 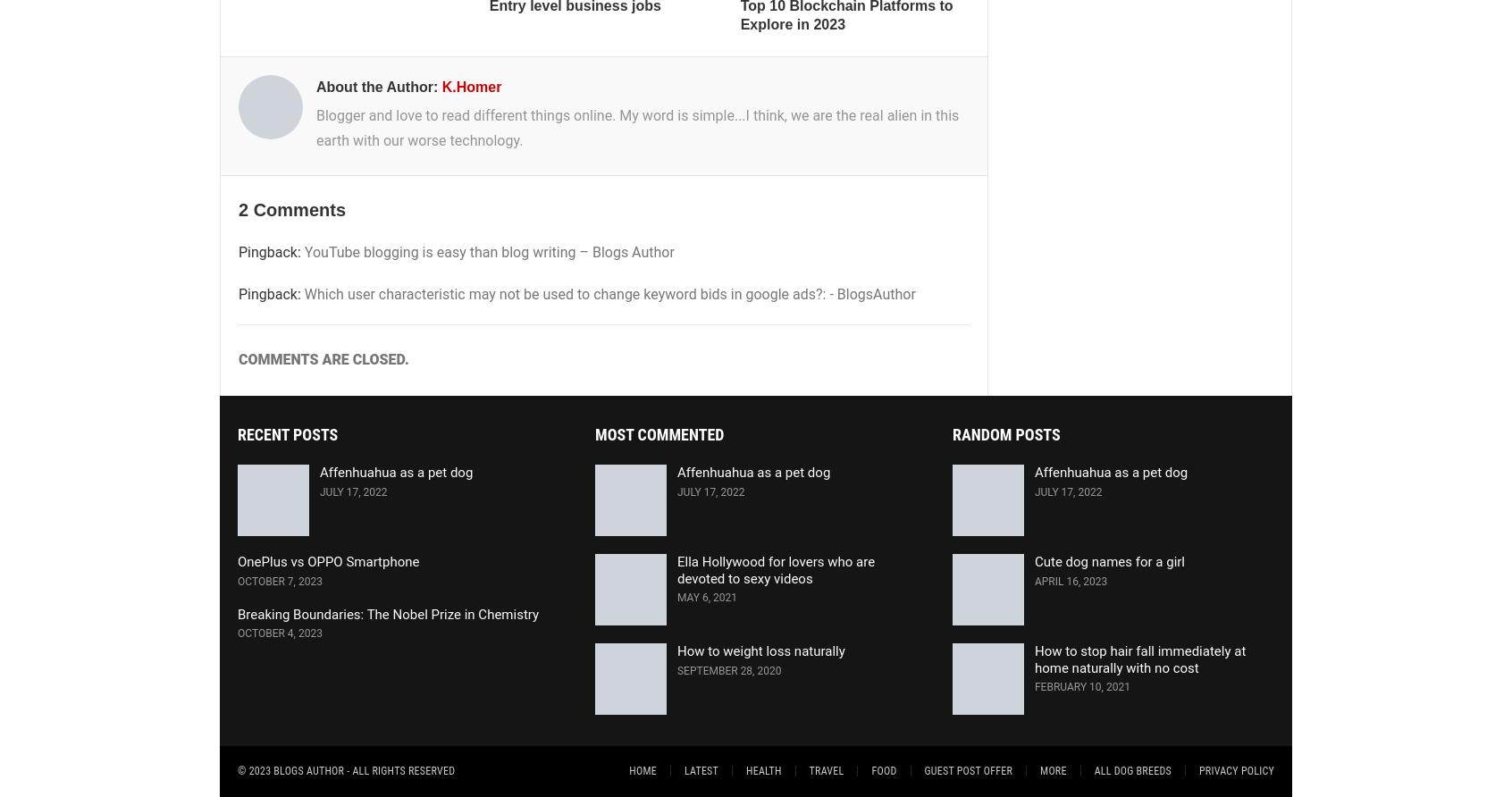 I want to click on 'How to weight loss naturally', so click(x=760, y=650).